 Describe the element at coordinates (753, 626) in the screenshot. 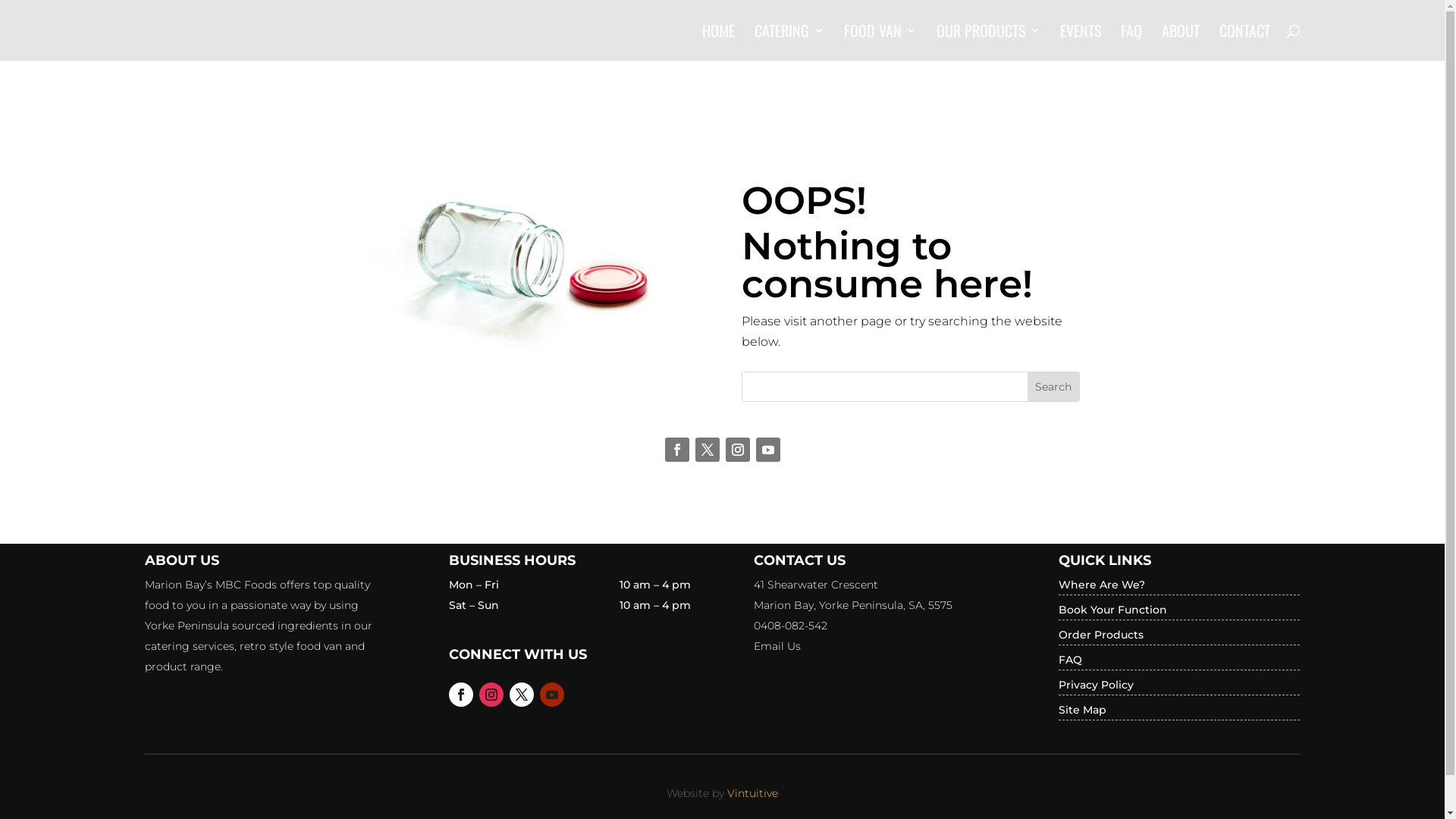

I see `'0408-082-542'` at that location.